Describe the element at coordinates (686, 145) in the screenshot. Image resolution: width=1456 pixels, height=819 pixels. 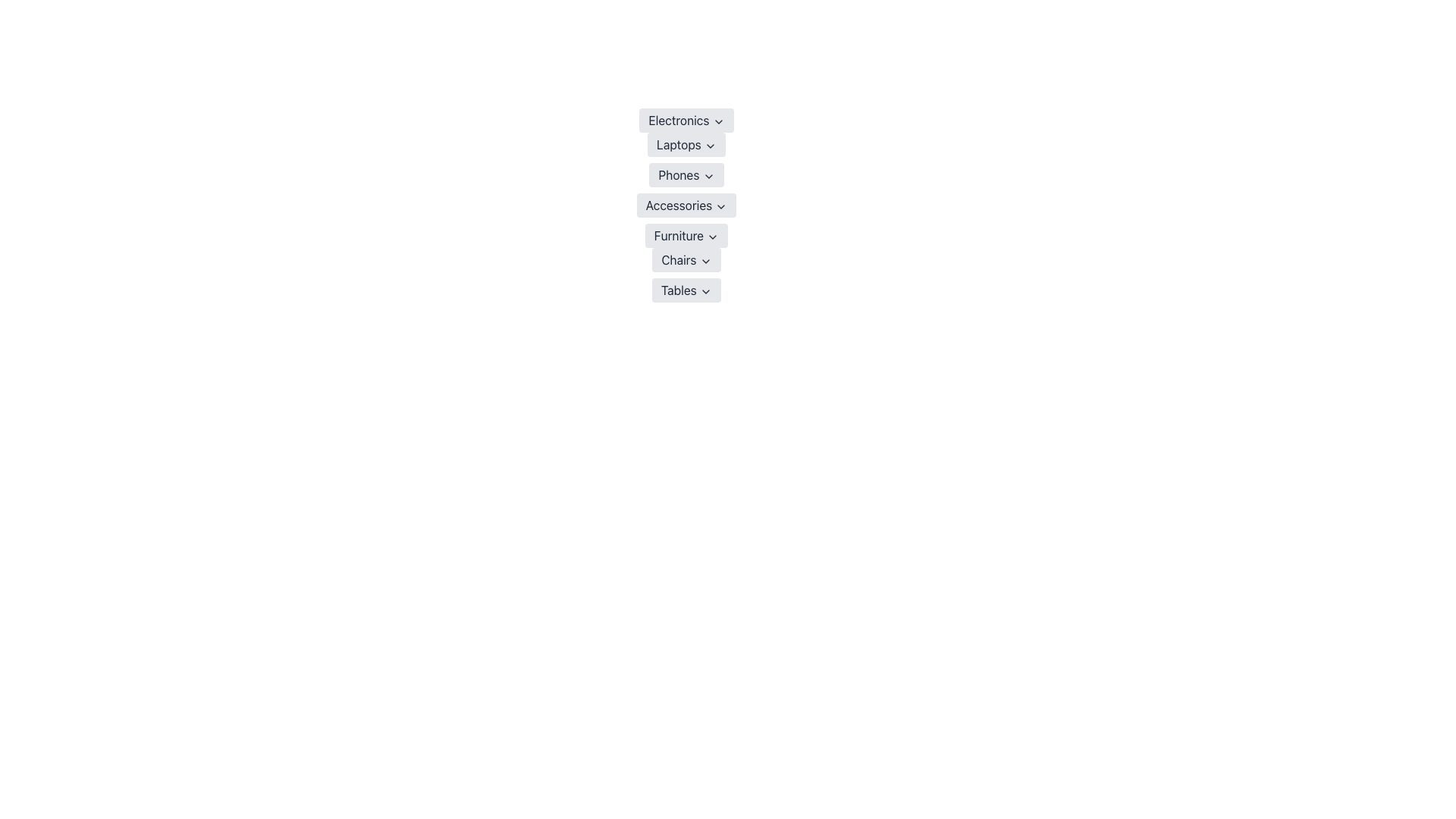
I see `the 'Laptops' dropdown menu` at that location.